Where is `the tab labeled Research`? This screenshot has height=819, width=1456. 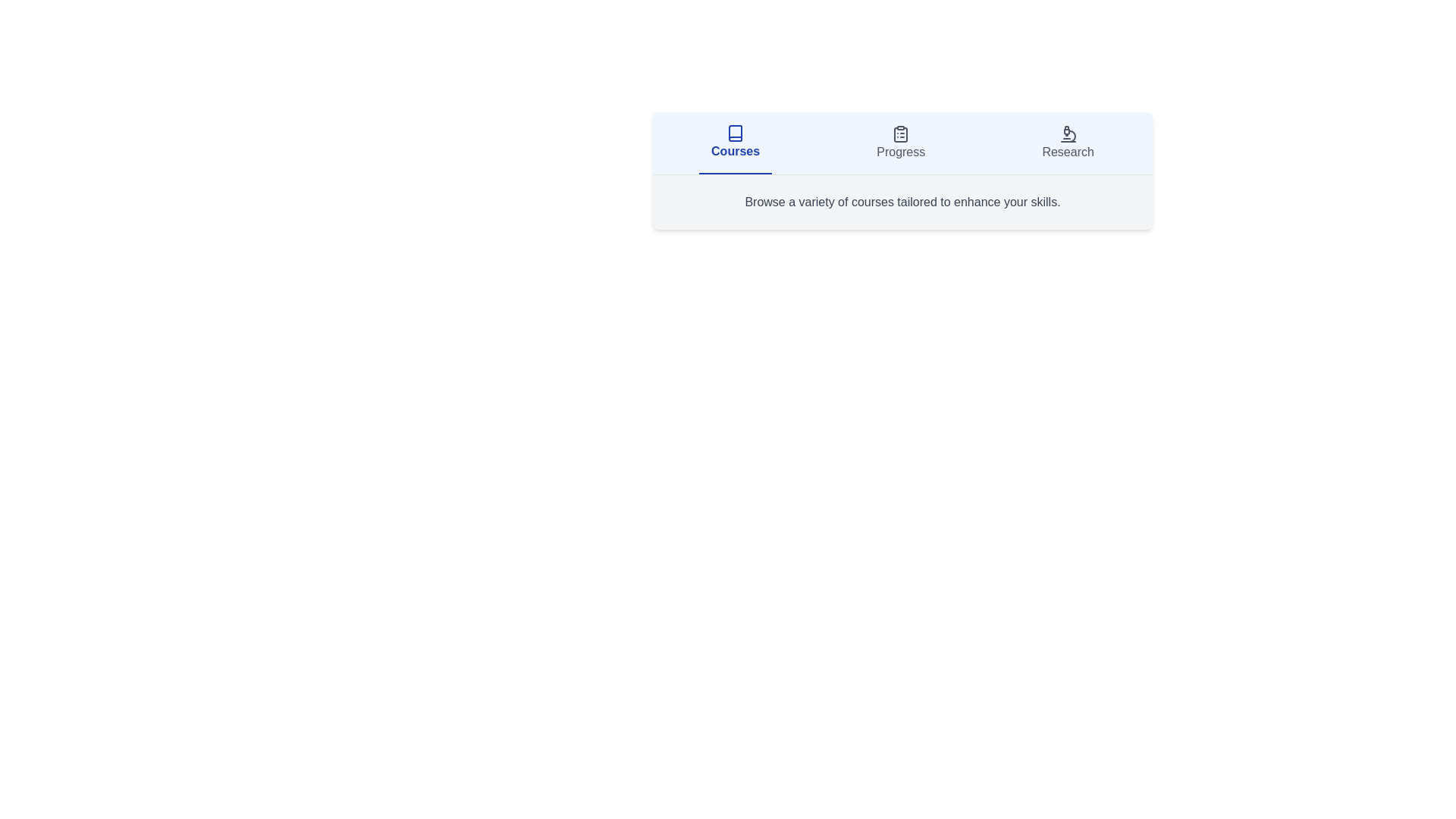 the tab labeled Research is located at coordinates (1066, 143).